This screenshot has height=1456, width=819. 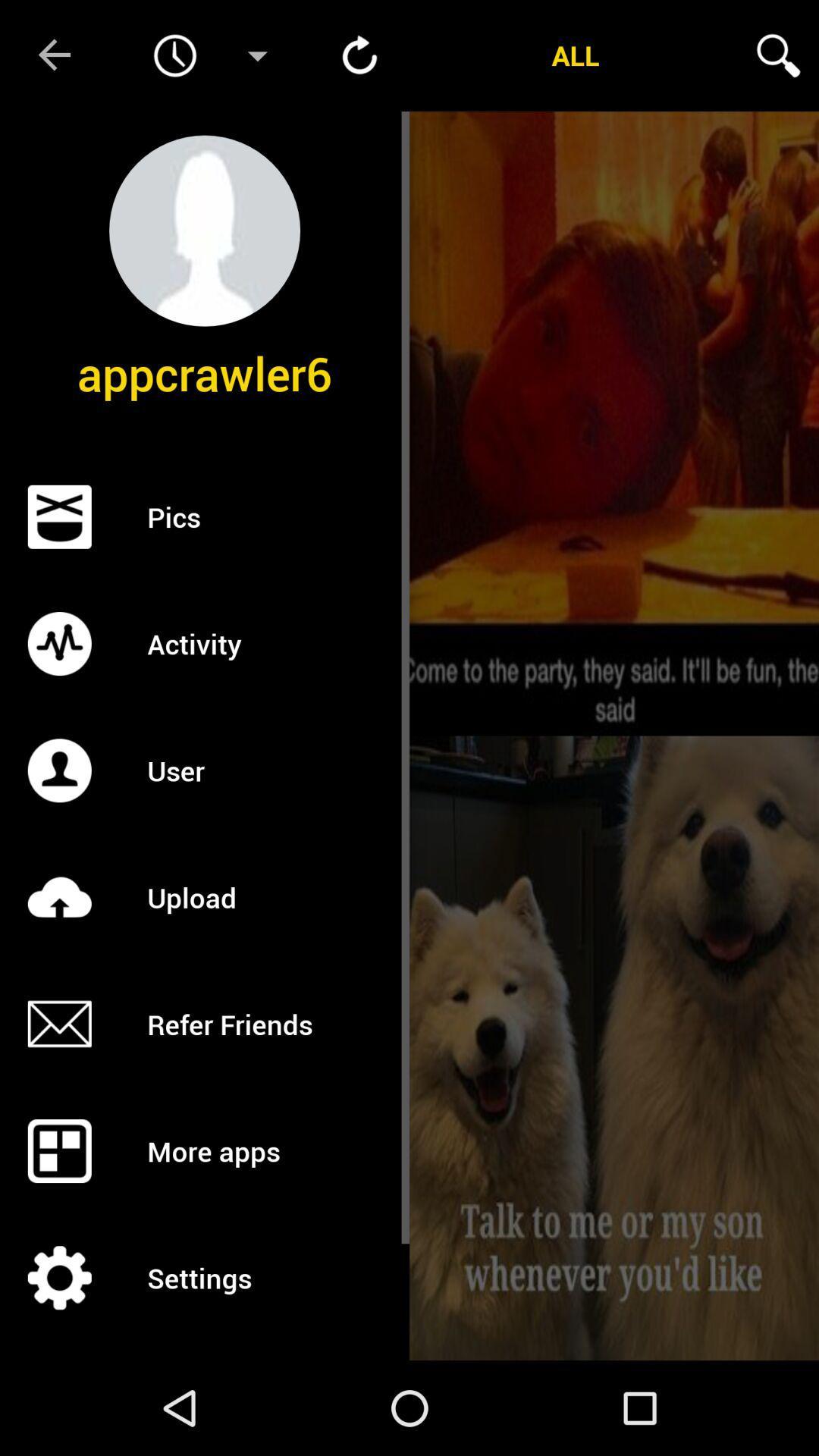 I want to click on the person 's profile, so click(x=205, y=230).